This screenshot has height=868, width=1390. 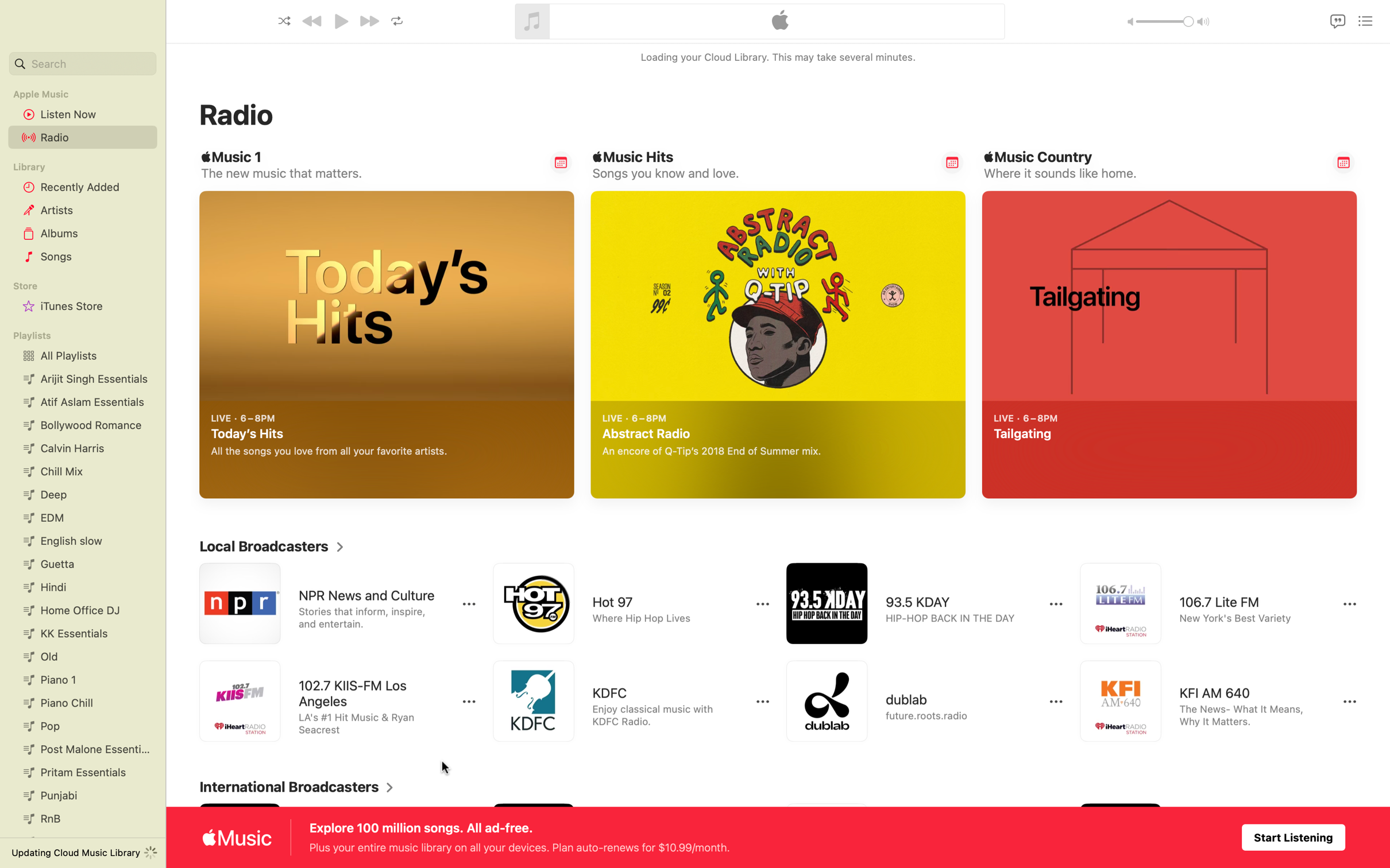 What do you see at coordinates (296, 787) in the screenshot?
I see `Show entire directory of global radio stations` at bounding box center [296, 787].